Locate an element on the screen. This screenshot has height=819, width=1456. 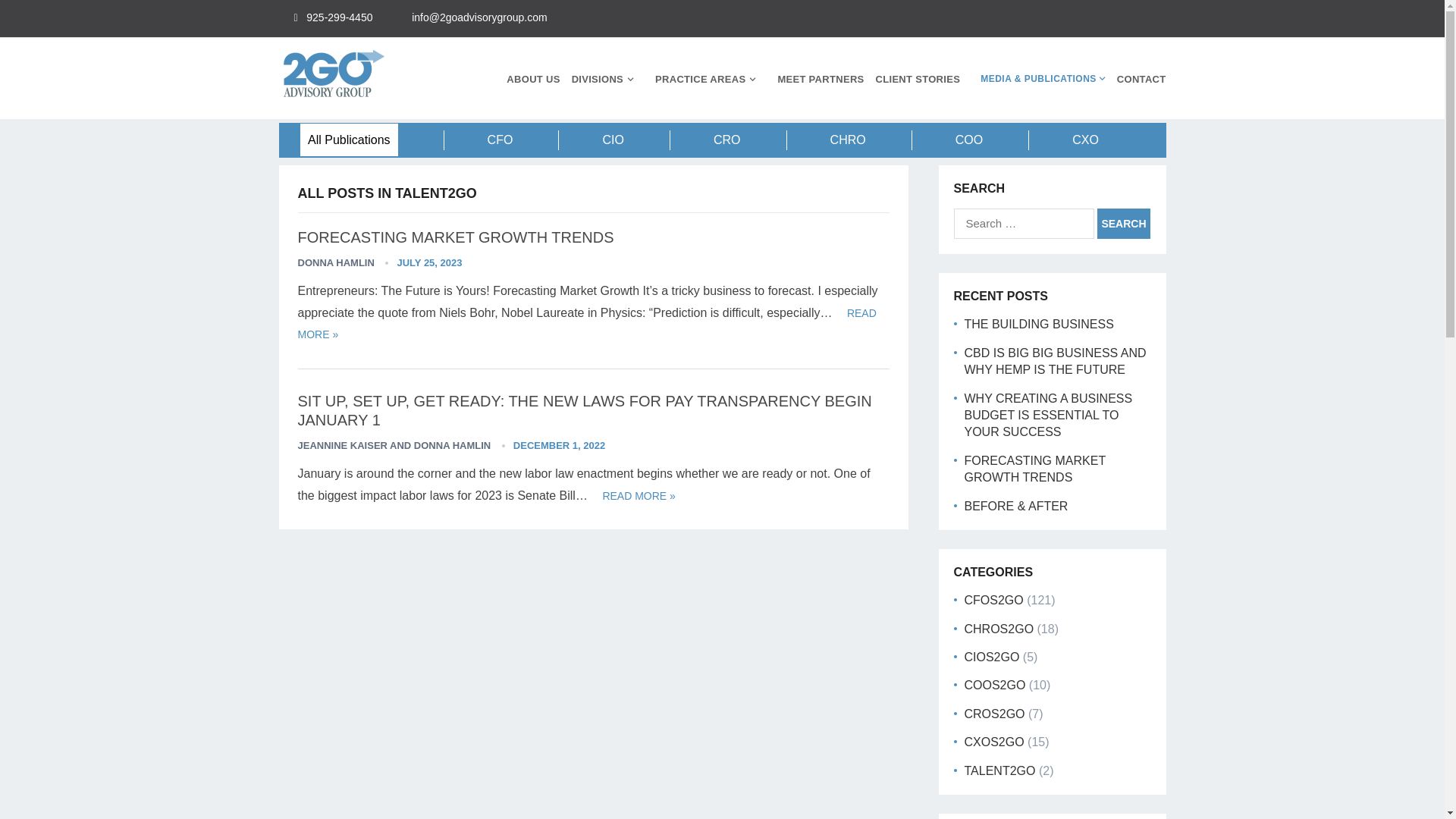
'CBD IS BIG BIG BUSINESS AND WHY HEMP IS THE FUTURE' is located at coordinates (1055, 361).